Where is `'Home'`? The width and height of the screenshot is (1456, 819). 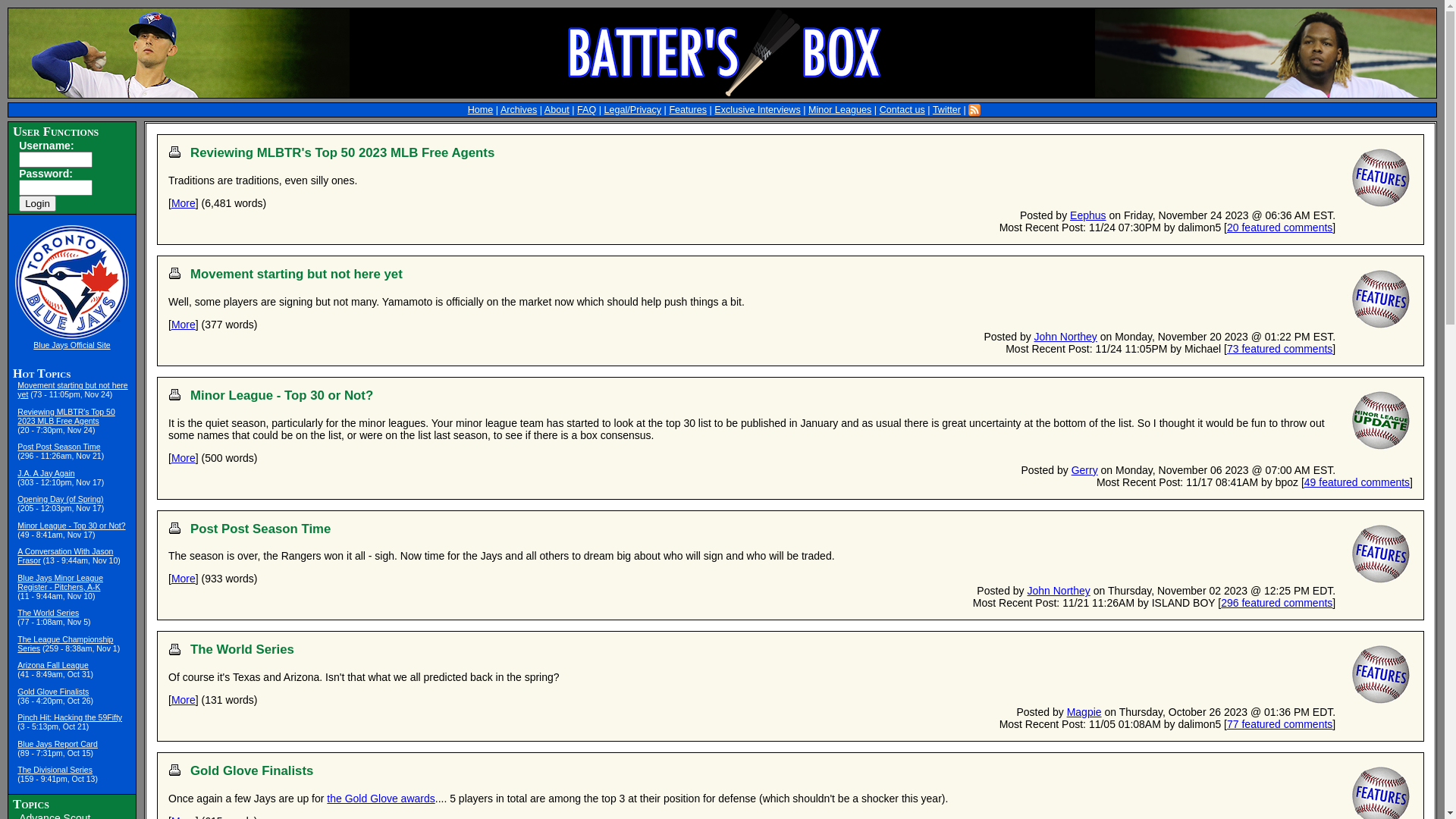 'Home' is located at coordinates (479, 109).